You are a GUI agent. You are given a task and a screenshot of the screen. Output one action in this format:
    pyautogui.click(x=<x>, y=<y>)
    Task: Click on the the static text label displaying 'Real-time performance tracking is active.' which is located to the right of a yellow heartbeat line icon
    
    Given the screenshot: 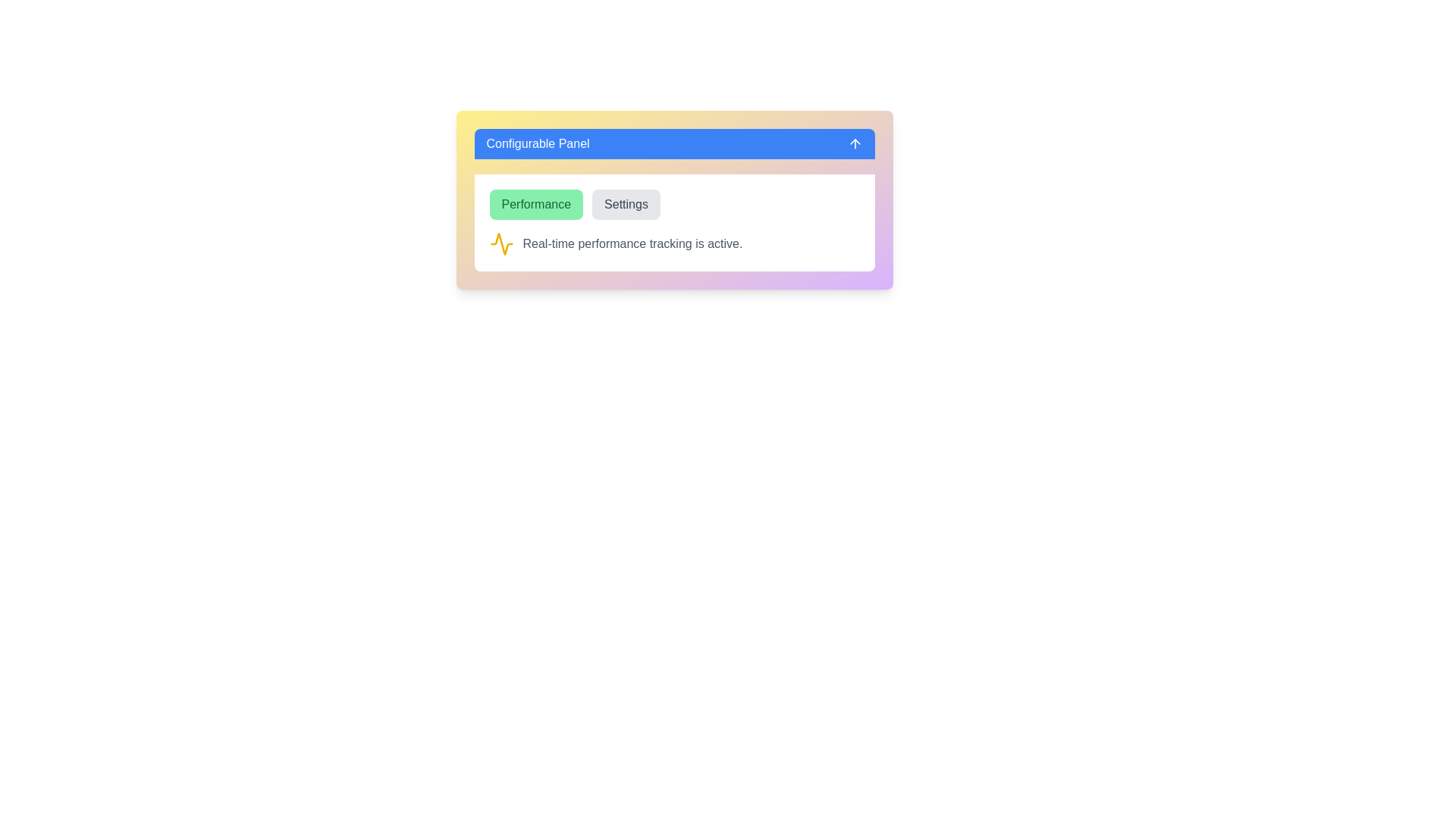 What is the action you would take?
    pyautogui.click(x=632, y=243)
    